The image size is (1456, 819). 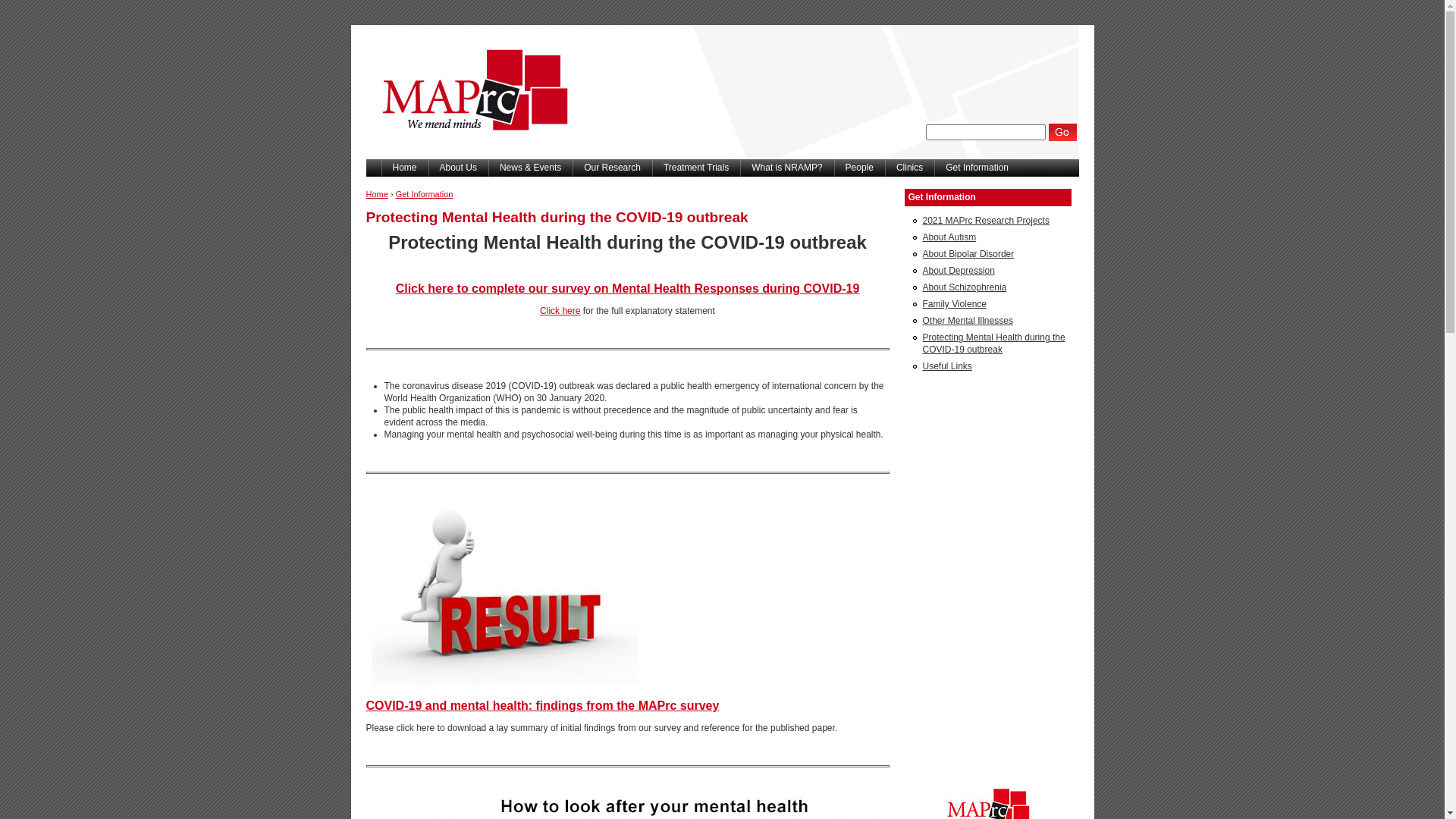 What do you see at coordinates (963, 287) in the screenshot?
I see `'About Schizophrenia'` at bounding box center [963, 287].